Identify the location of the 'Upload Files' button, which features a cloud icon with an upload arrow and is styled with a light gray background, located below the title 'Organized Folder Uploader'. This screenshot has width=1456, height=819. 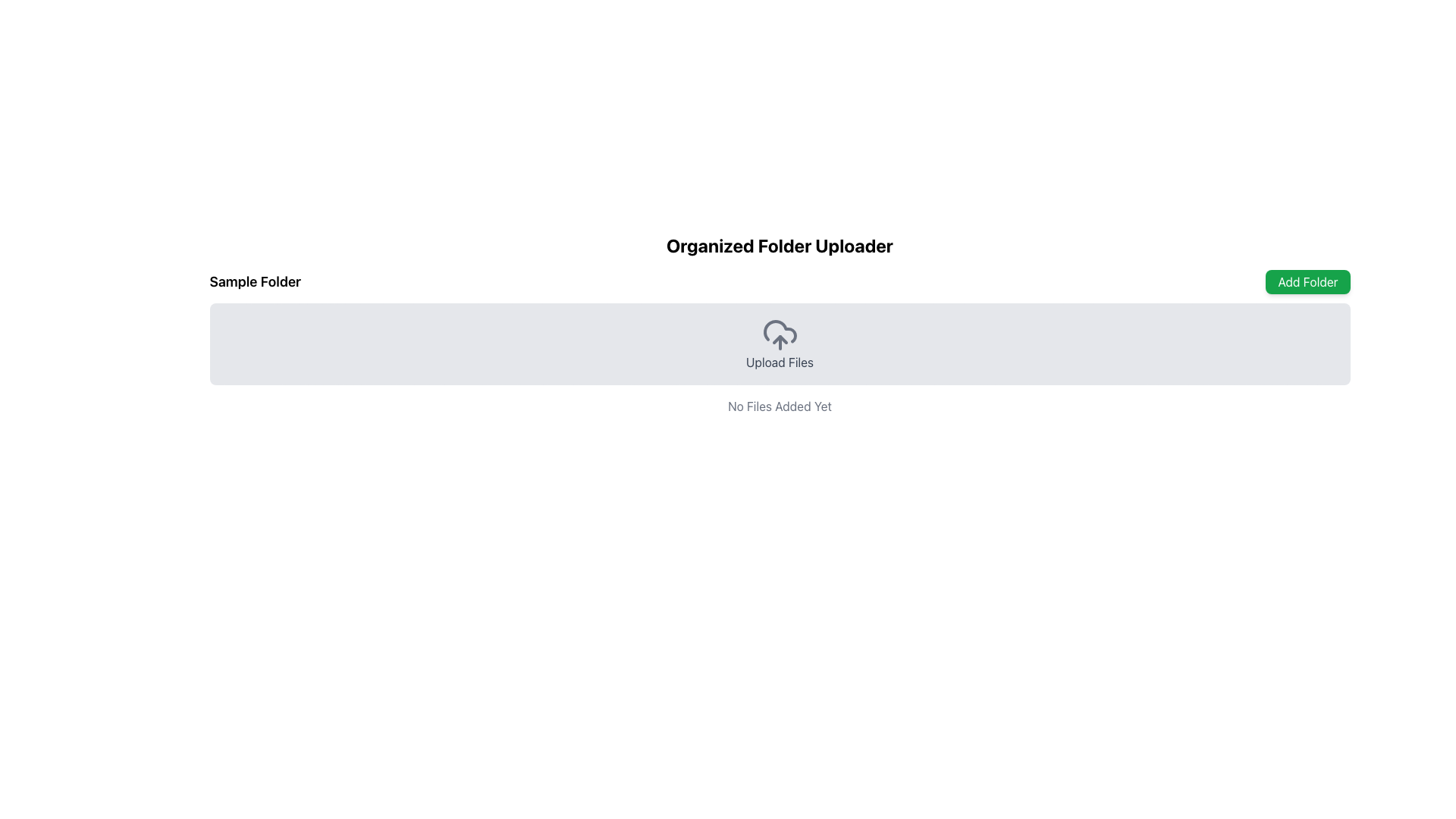
(780, 344).